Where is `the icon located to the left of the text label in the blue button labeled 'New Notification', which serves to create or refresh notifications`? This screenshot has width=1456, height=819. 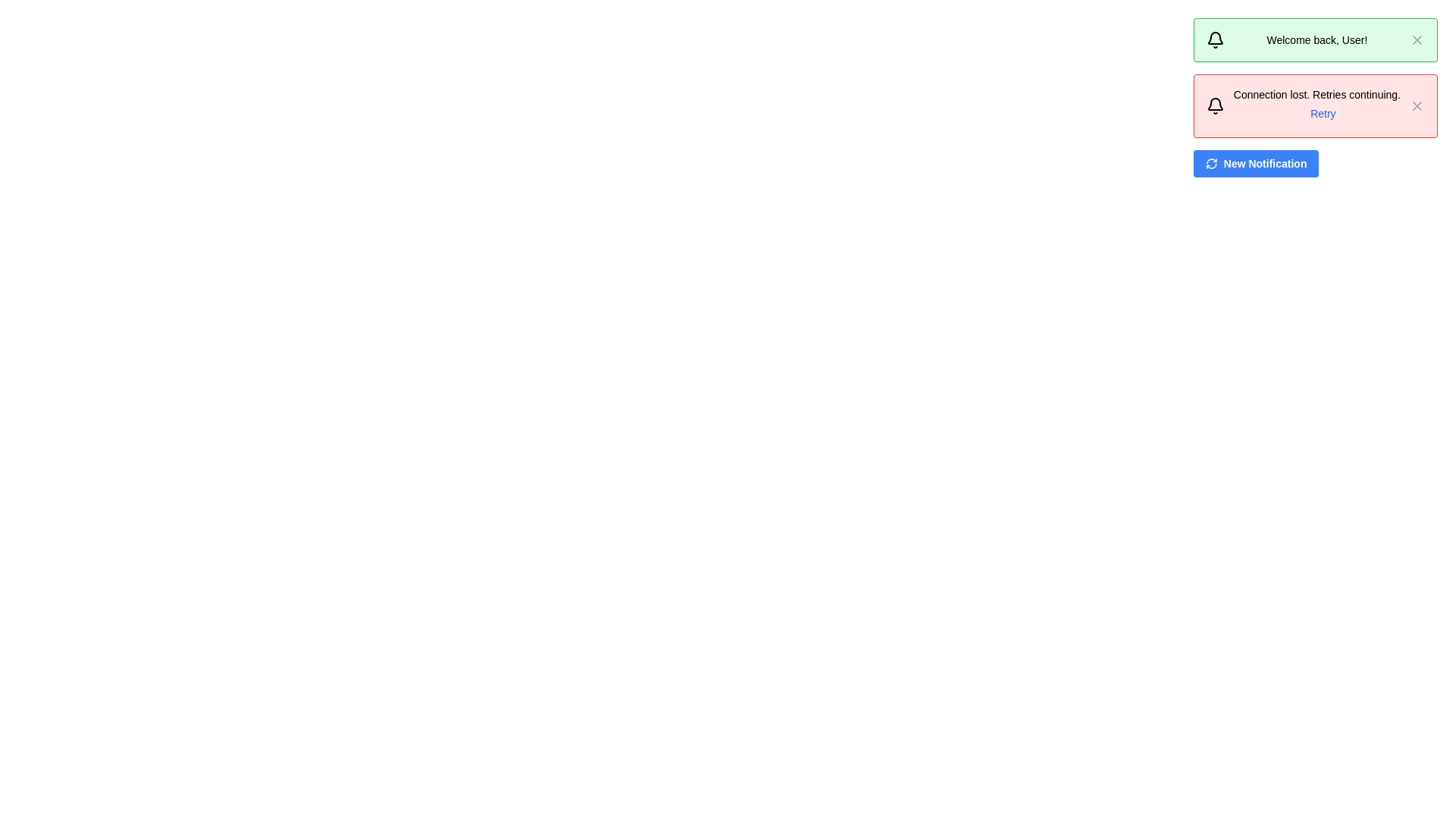 the icon located to the left of the text label in the blue button labeled 'New Notification', which serves to create or refresh notifications is located at coordinates (1210, 164).